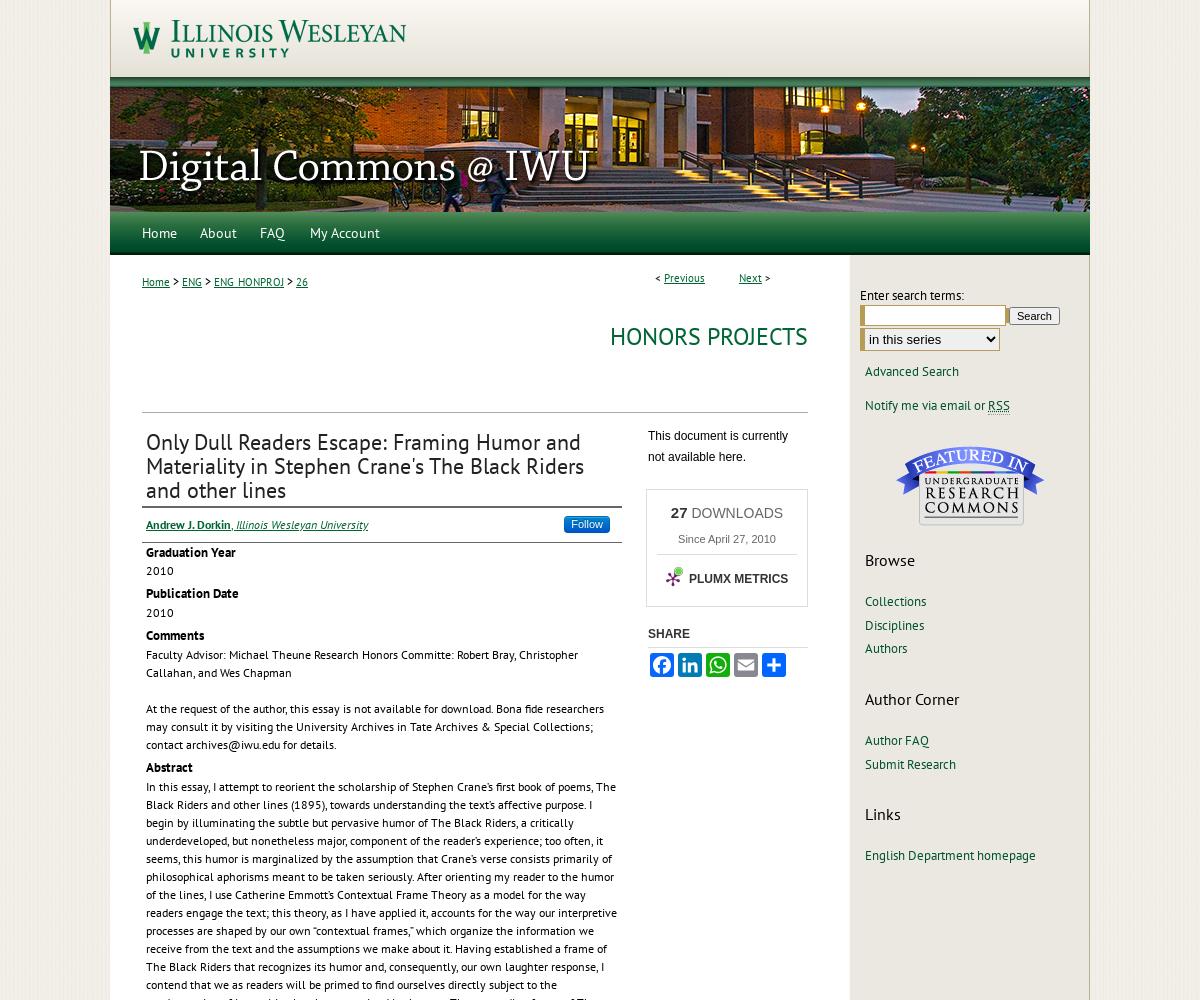  I want to click on 'Enter search terms:', so click(912, 295).